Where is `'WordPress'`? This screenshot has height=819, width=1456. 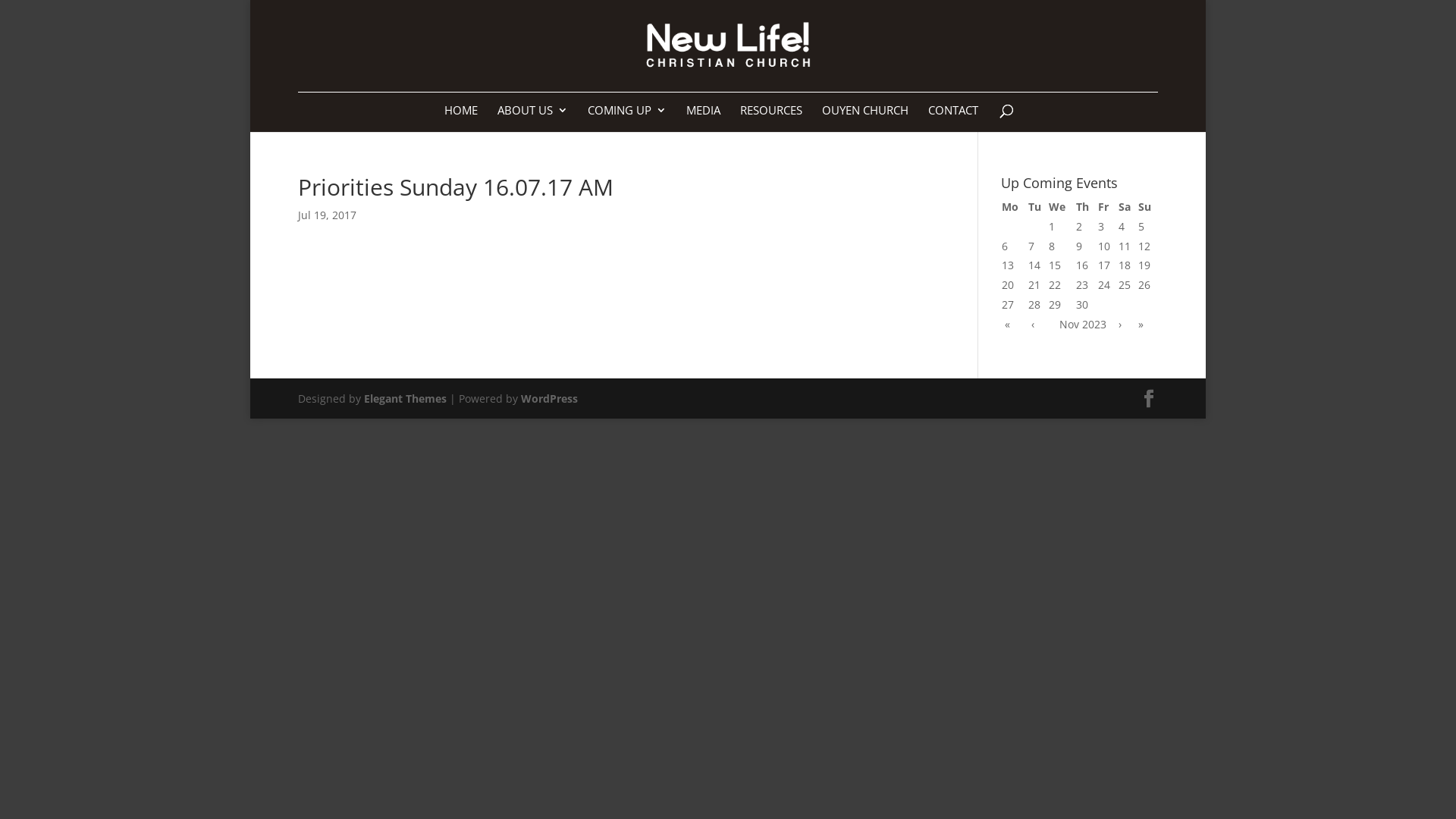
'WordPress' is located at coordinates (520, 397).